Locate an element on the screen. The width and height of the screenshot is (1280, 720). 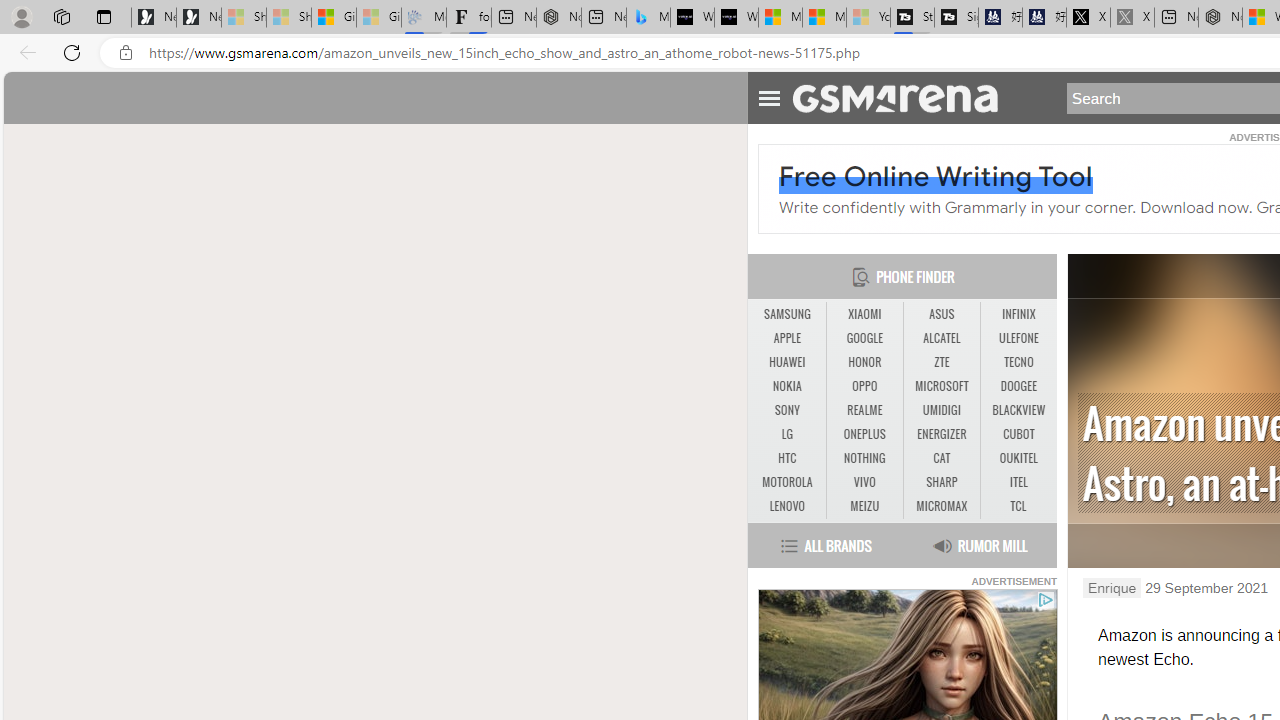
'SHARP' is located at coordinates (940, 482).